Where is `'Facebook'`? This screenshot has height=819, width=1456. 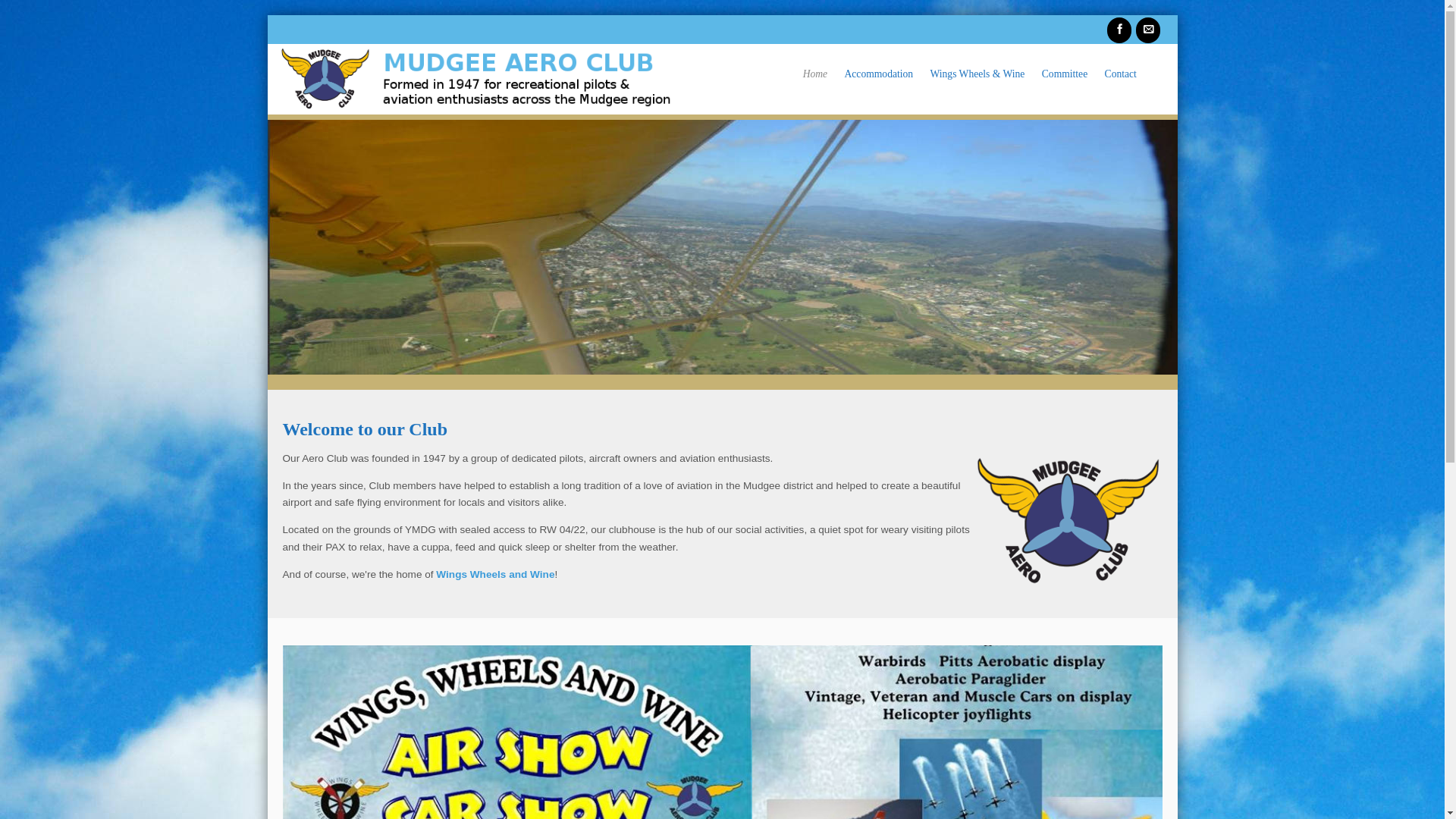 'Facebook' is located at coordinates (1119, 30).